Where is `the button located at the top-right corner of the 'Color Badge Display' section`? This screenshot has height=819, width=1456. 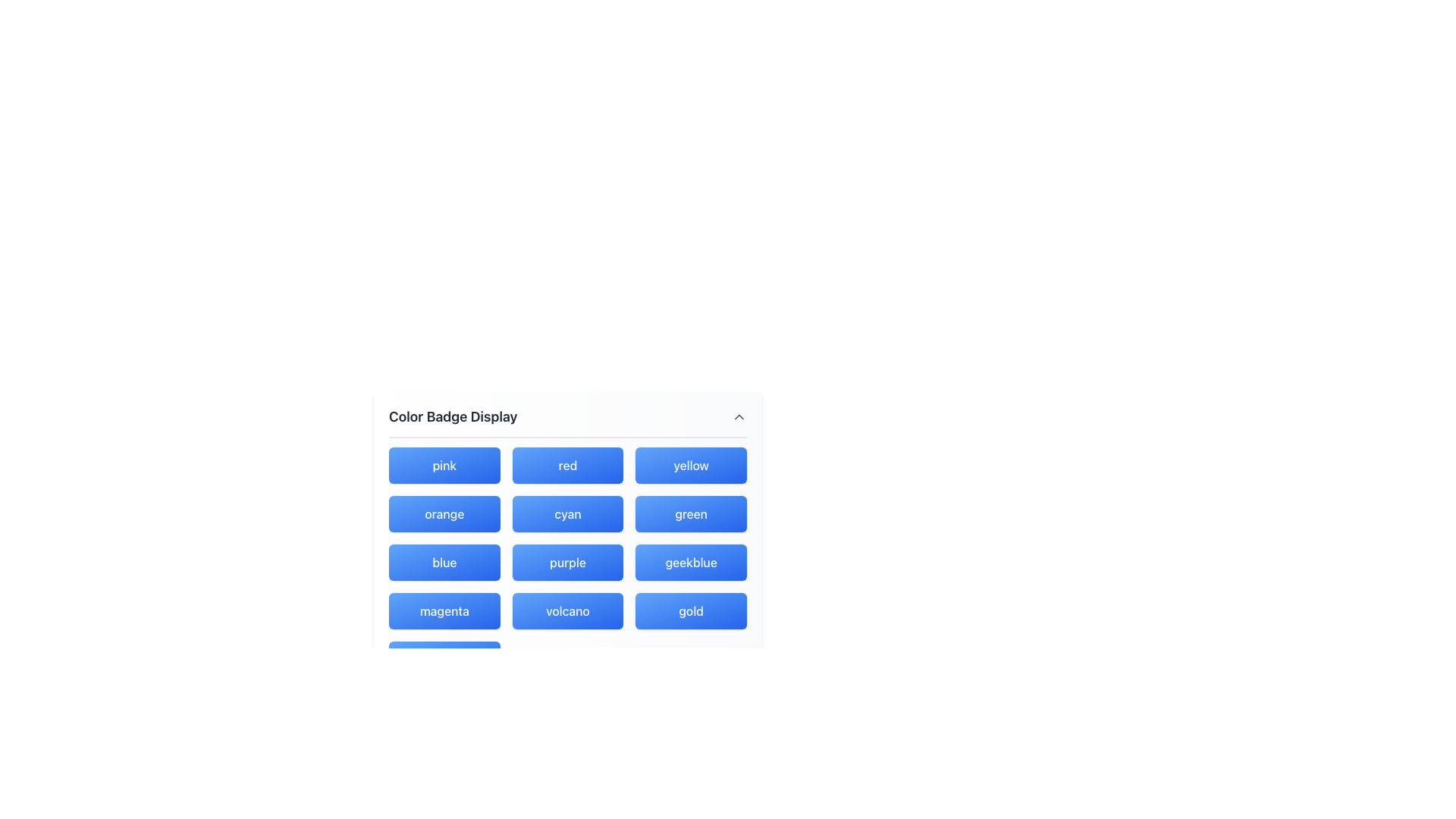 the button located at the top-right corner of the 'Color Badge Display' section is located at coordinates (739, 417).